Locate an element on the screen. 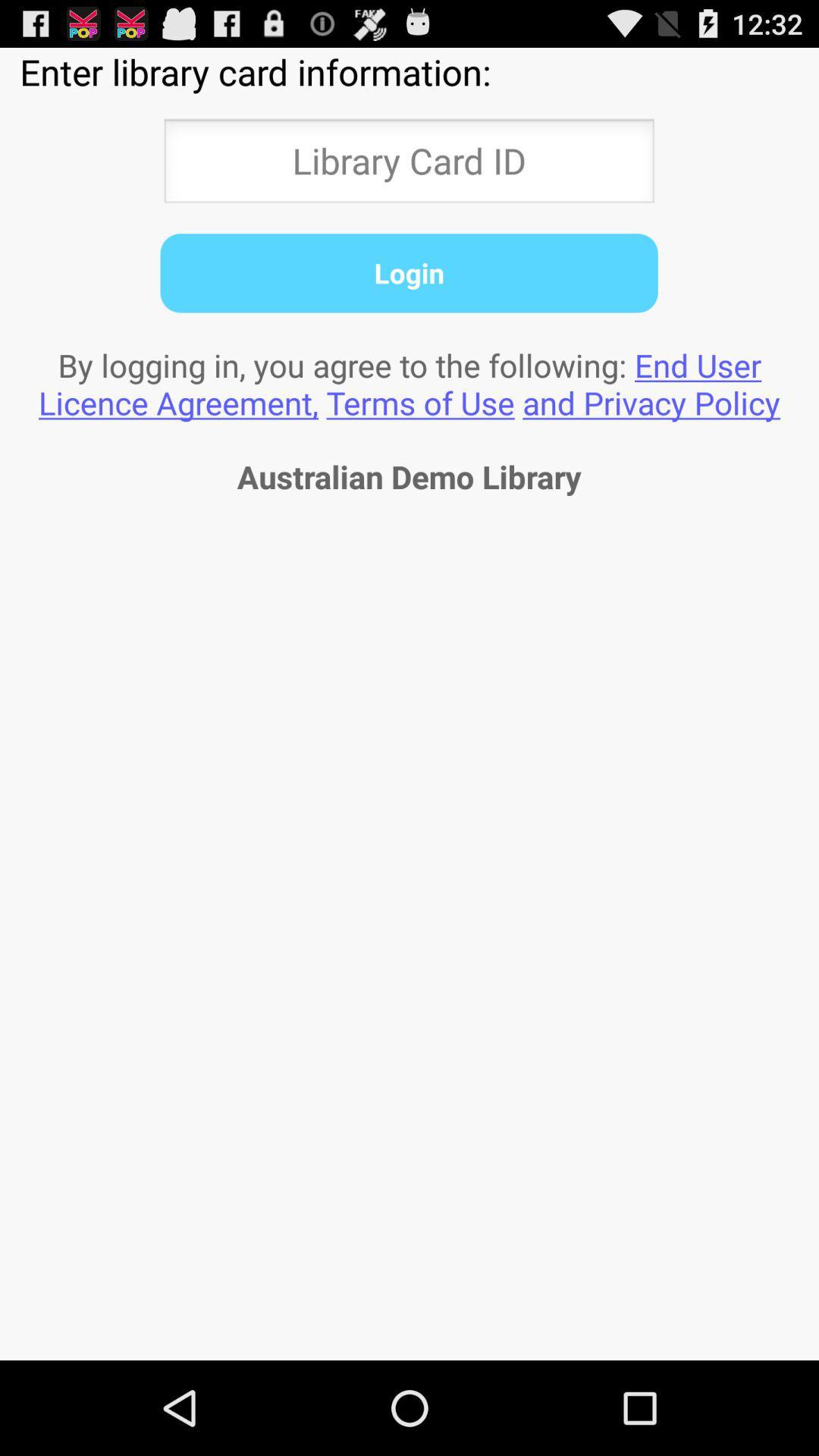 Image resolution: width=819 pixels, height=1456 pixels. library card number is located at coordinates (408, 165).